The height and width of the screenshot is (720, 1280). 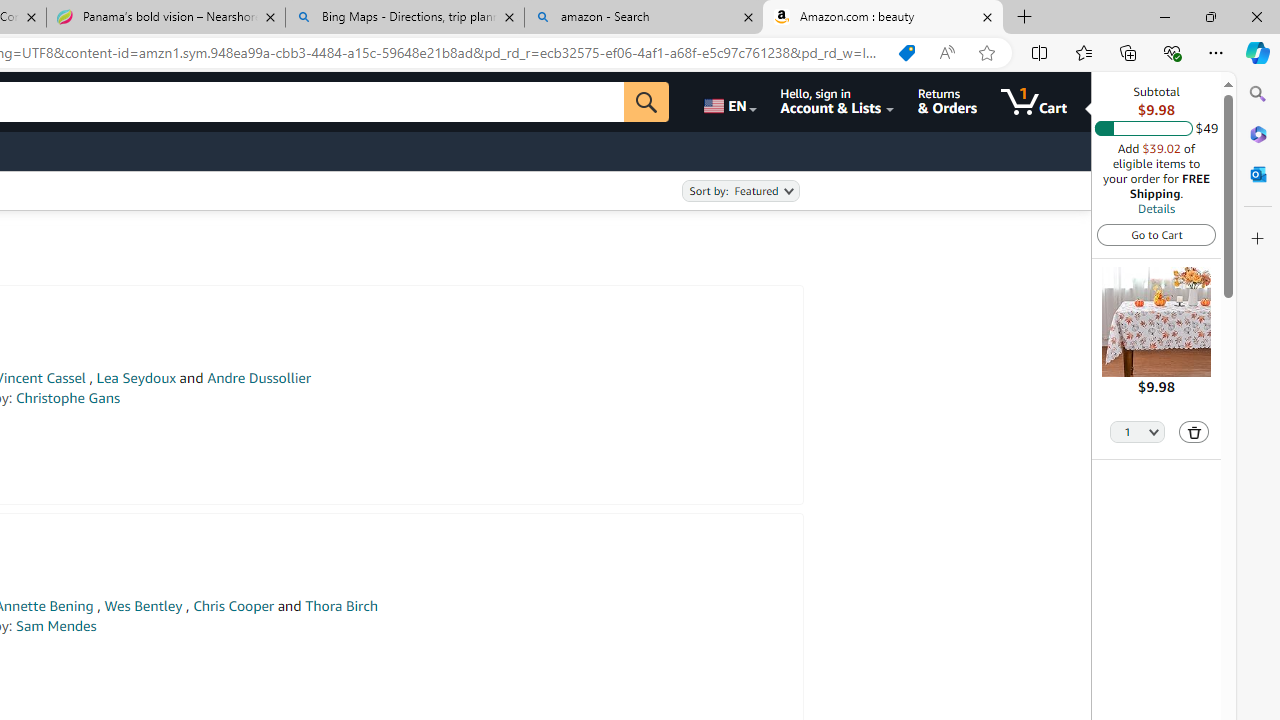 I want to click on 'Christophe Gans', so click(x=67, y=398).